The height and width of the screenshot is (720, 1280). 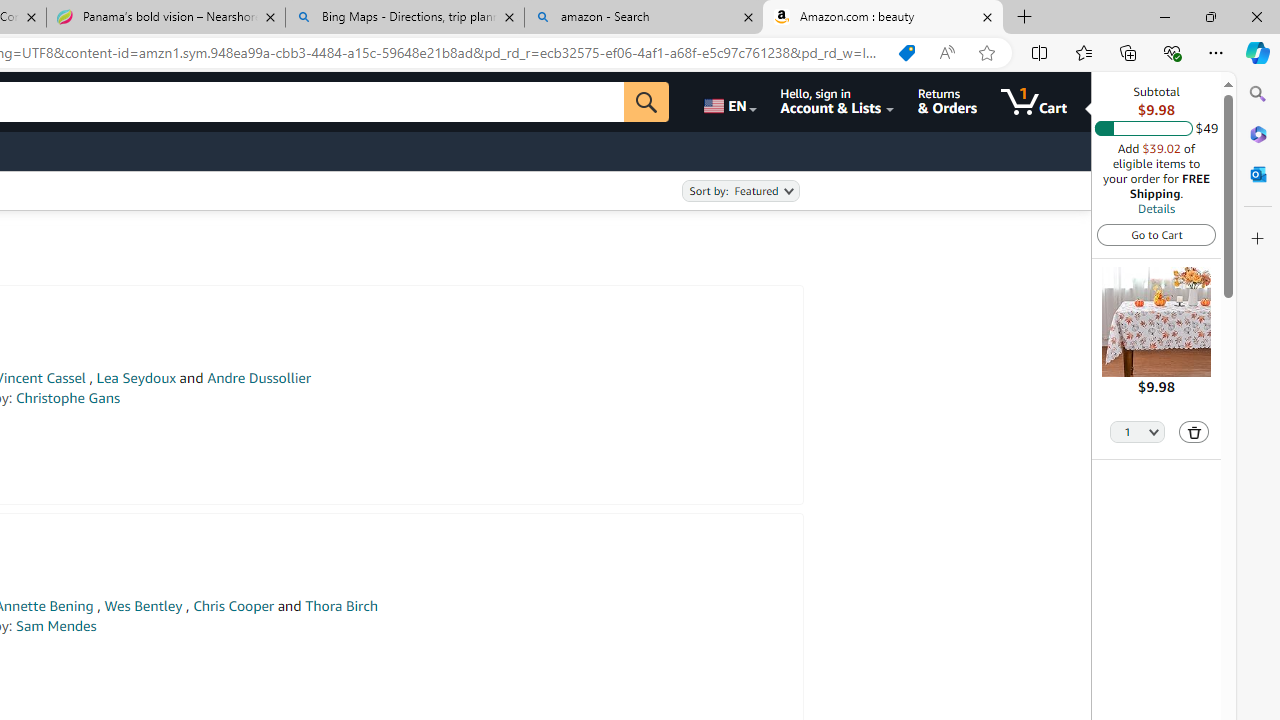 I want to click on 'Christophe Gans', so click(x=67, y=398).